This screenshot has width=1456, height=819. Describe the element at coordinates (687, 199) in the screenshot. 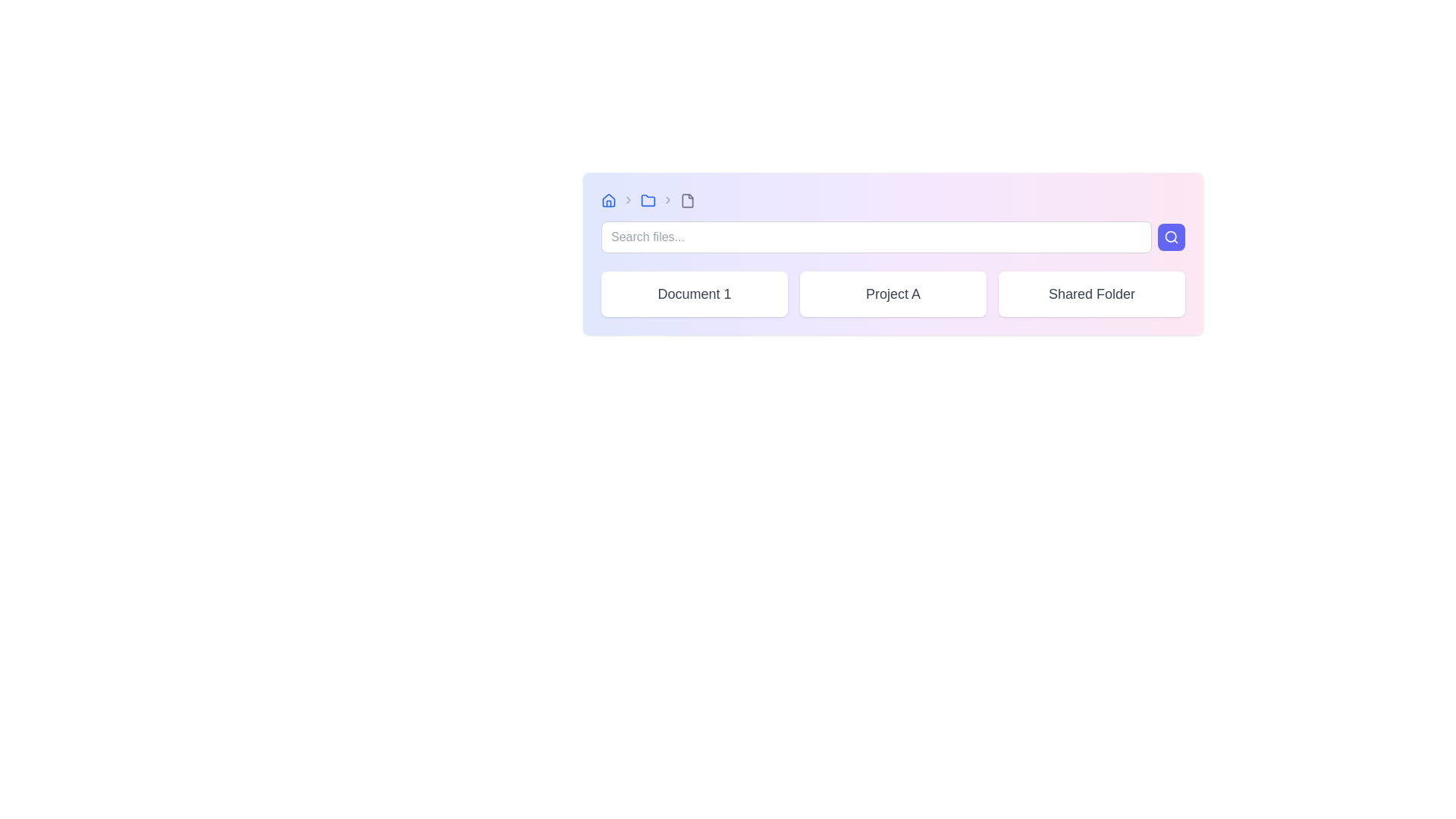

I see `the document icon in the breadcrumb navigation bar to focus on the document context` at that location.